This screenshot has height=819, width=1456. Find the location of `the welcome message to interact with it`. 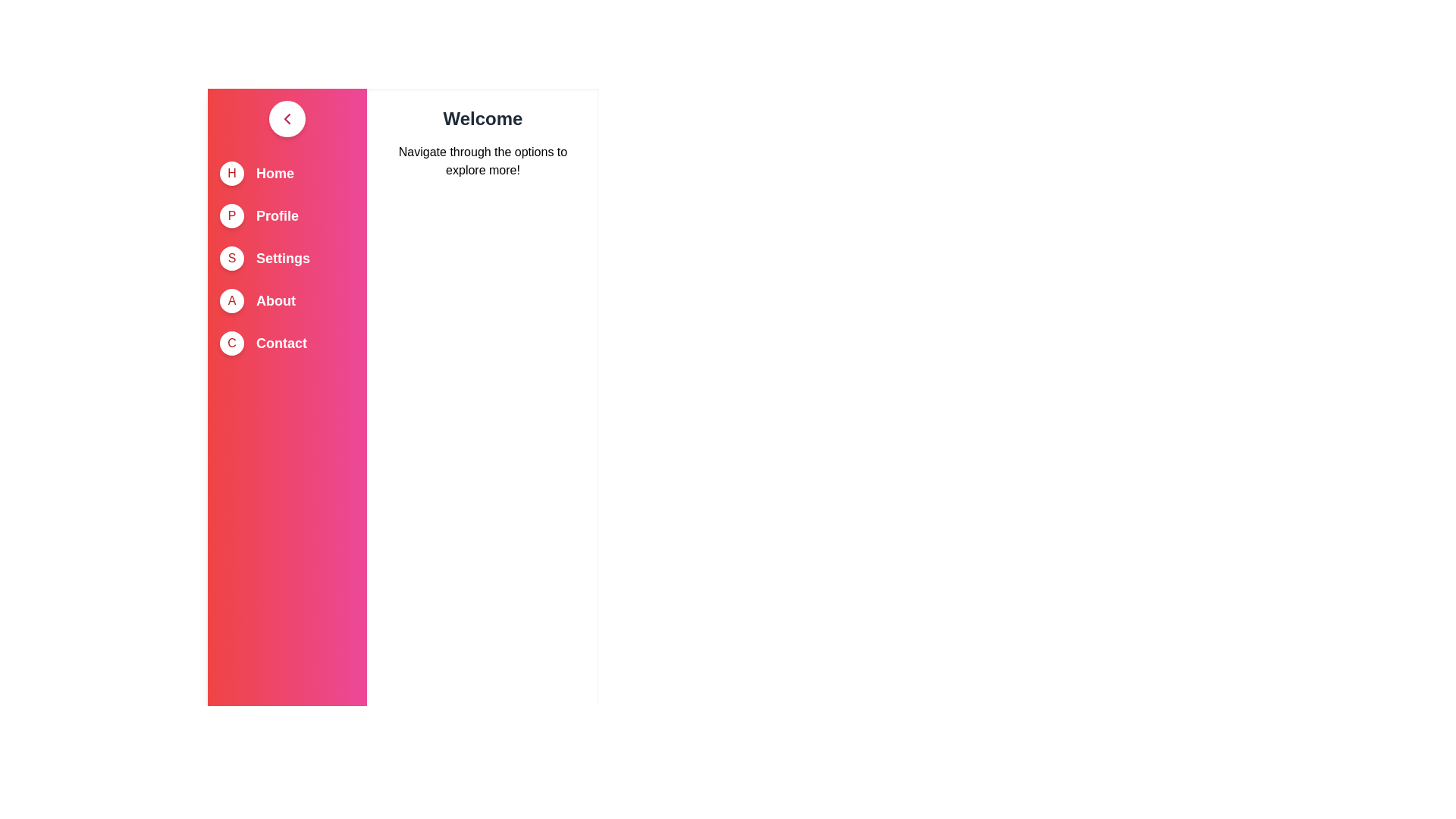

the welcome message to interact with it is located at coordinates (482, 118).